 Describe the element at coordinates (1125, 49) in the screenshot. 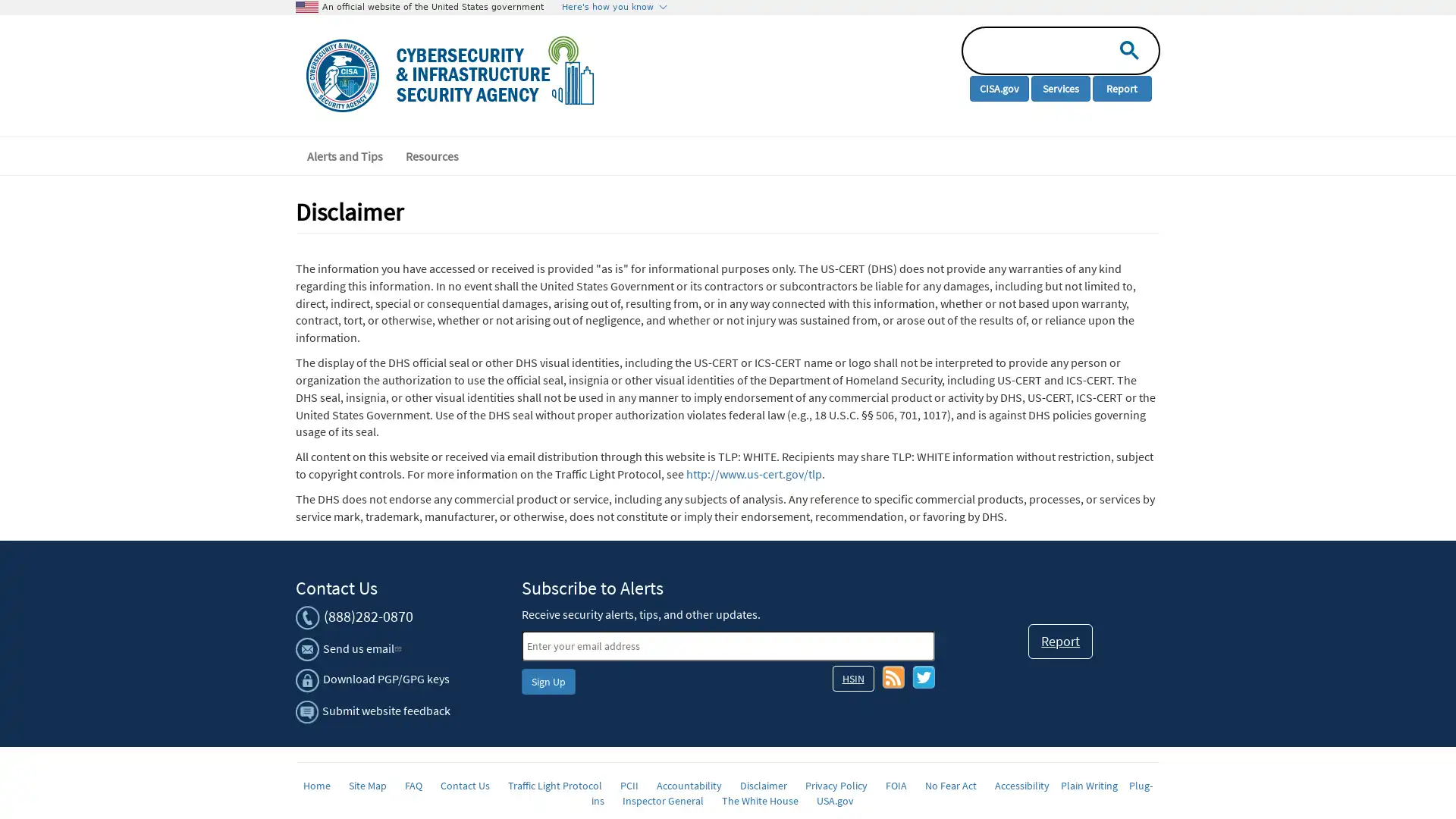

I see `search` at that location.